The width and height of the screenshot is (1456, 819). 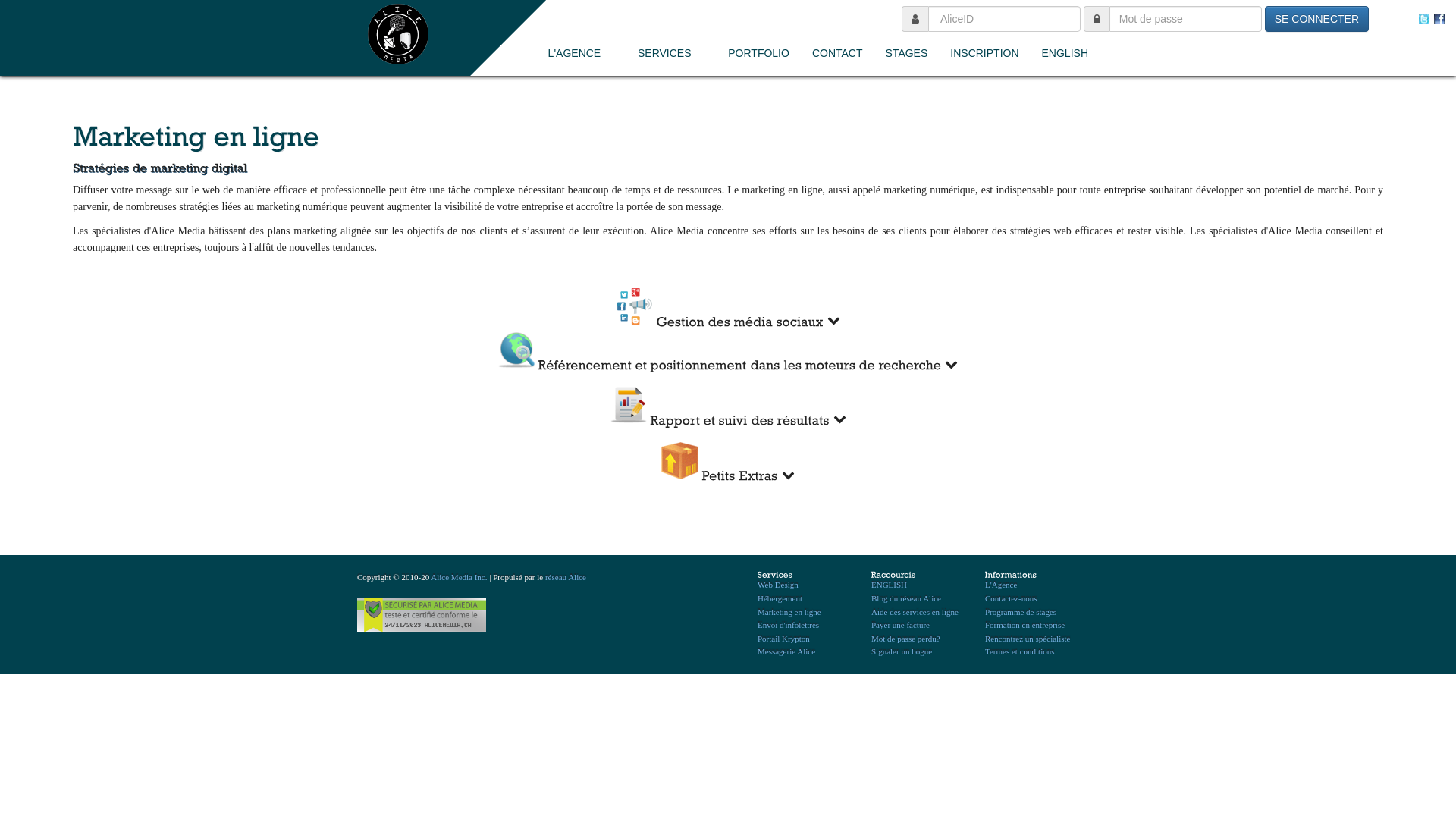 What do you see at coordinates (871, 651) in the screenshot?
I see `'Signaler un bogue'` at bounding box center [871, 651].